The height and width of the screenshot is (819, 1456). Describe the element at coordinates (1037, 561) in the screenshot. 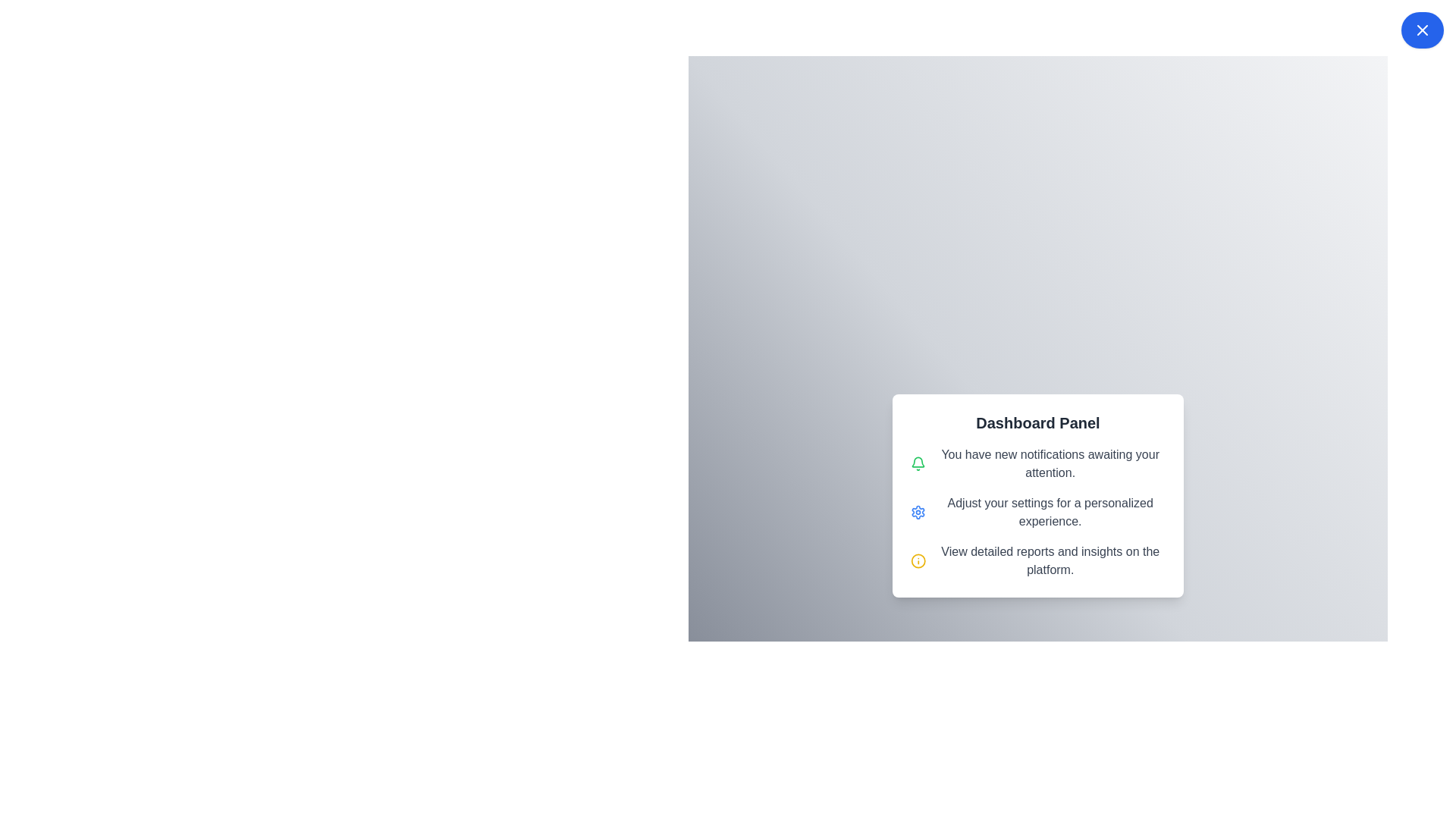

I see `the text label with the circular info icon that reads 'View detailed reports and insights on the platform.'` at that location.